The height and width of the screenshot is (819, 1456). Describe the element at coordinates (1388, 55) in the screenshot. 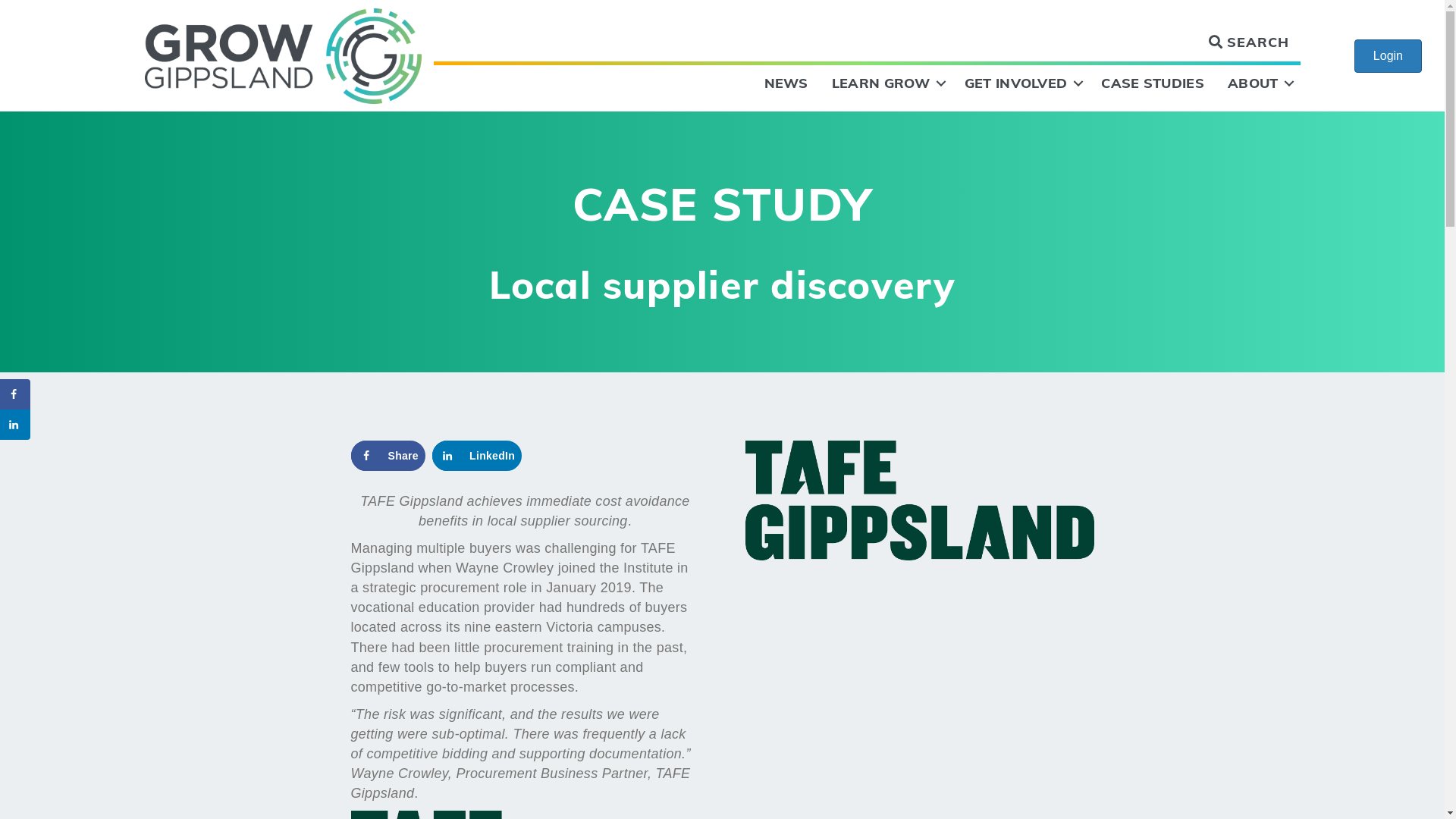

I see `'Login'` at that location.